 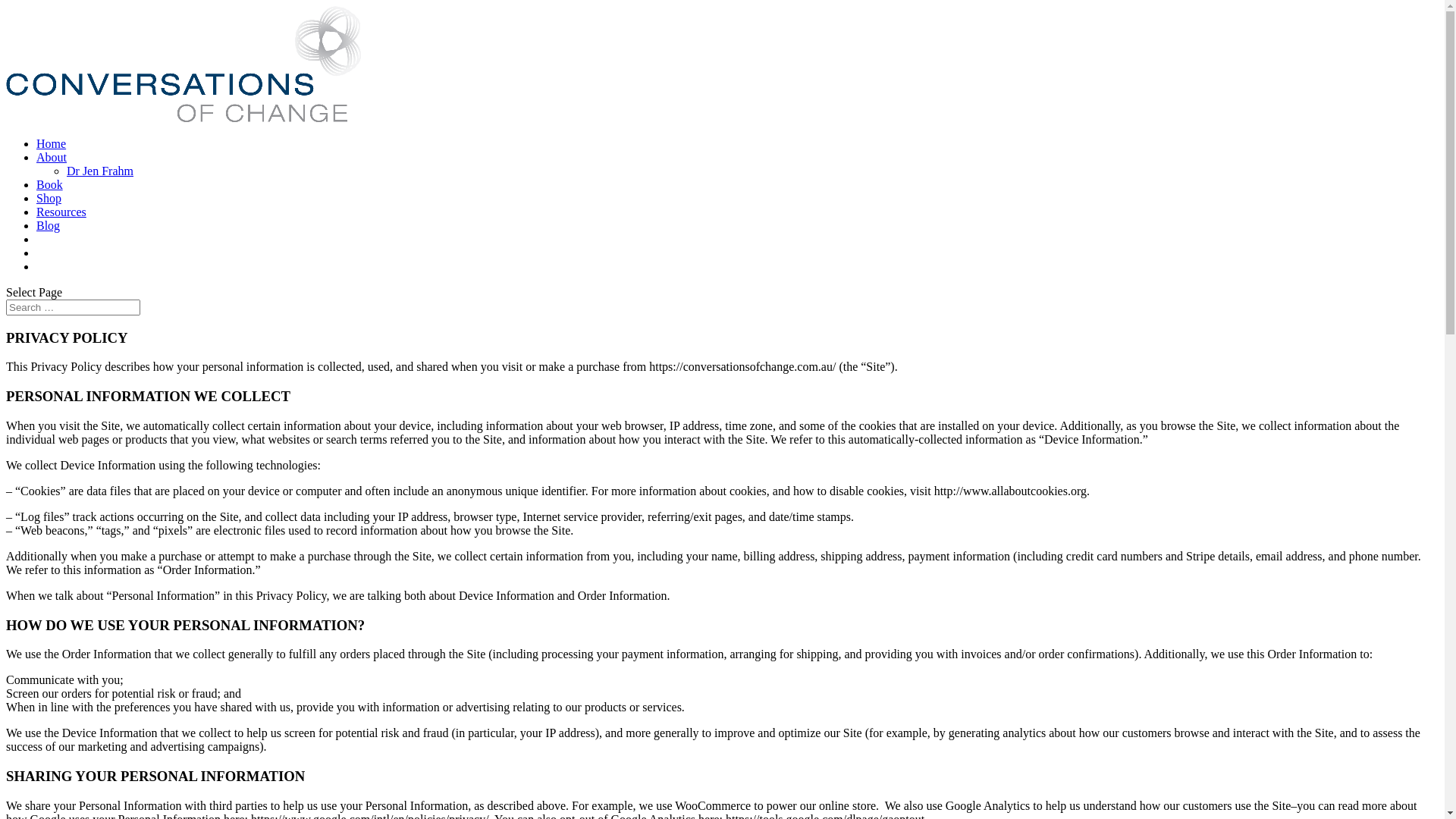 What do you see at coordinates (49, 184) in the screenshot?
I see `'Book'` at bounding box center [49, 184].